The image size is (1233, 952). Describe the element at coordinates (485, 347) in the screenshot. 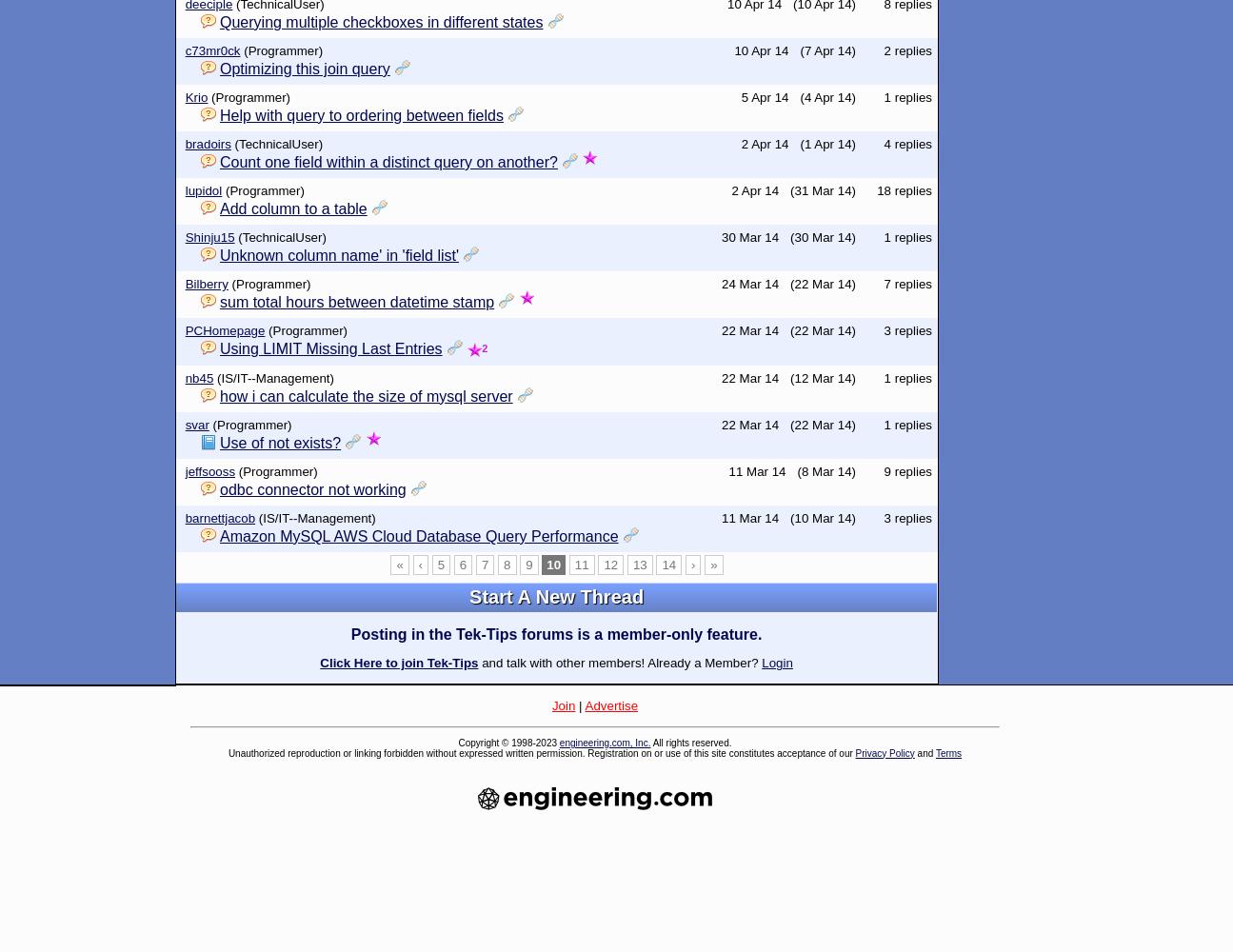

I see `'2'` at that location.